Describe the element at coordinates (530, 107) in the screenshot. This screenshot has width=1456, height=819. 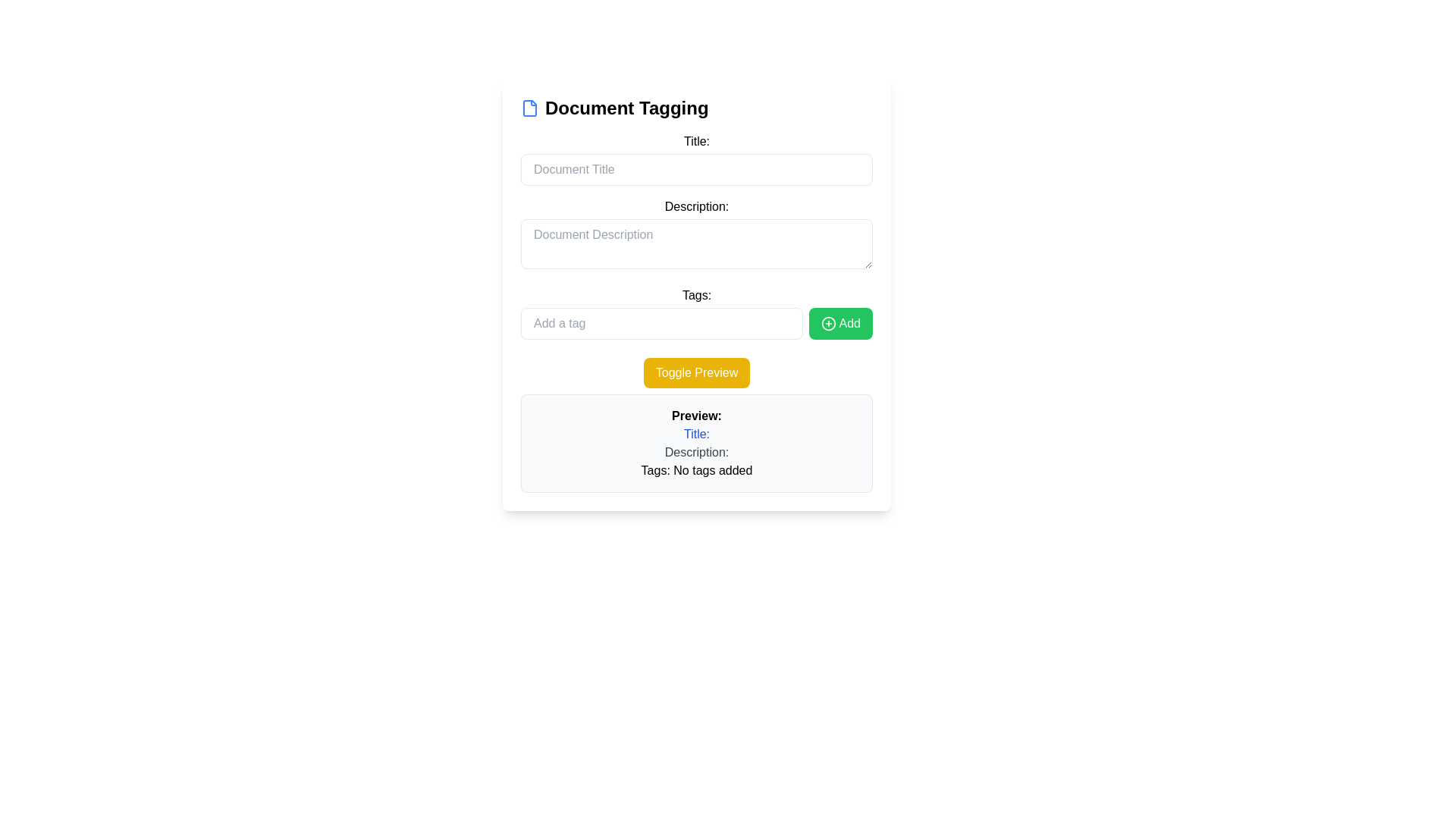
I see `the file icon located in the document tagging section, which is a simplified outline of a file or document with a folded corner, positioned to the left of the title 'Document Tagging'` at that location.